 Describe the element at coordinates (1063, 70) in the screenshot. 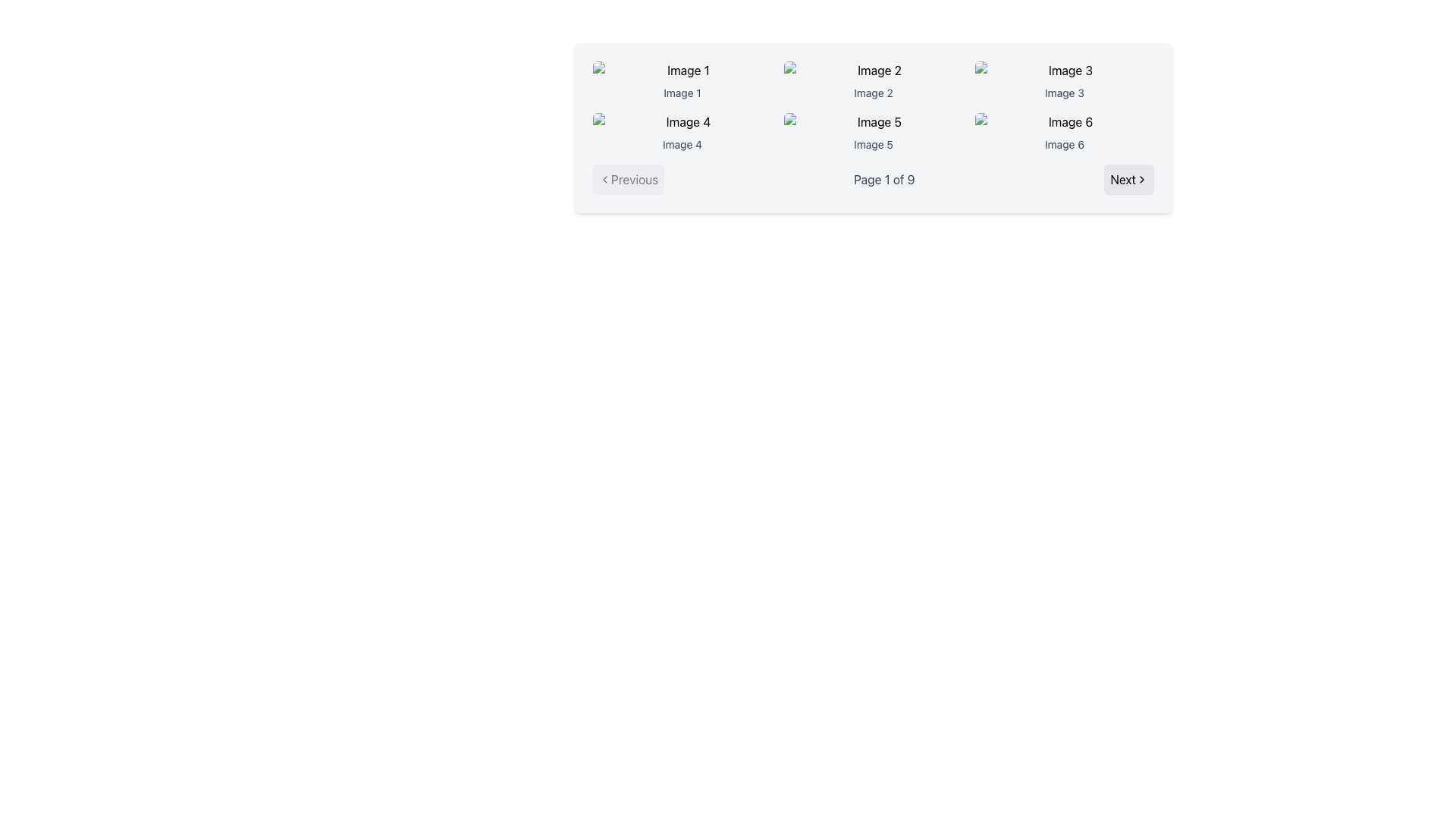

I see `the image placeholder represented by a broken image icon with the alternative text 'Image 3' located in the top-right area of the 3x2 grid layout` at that location.